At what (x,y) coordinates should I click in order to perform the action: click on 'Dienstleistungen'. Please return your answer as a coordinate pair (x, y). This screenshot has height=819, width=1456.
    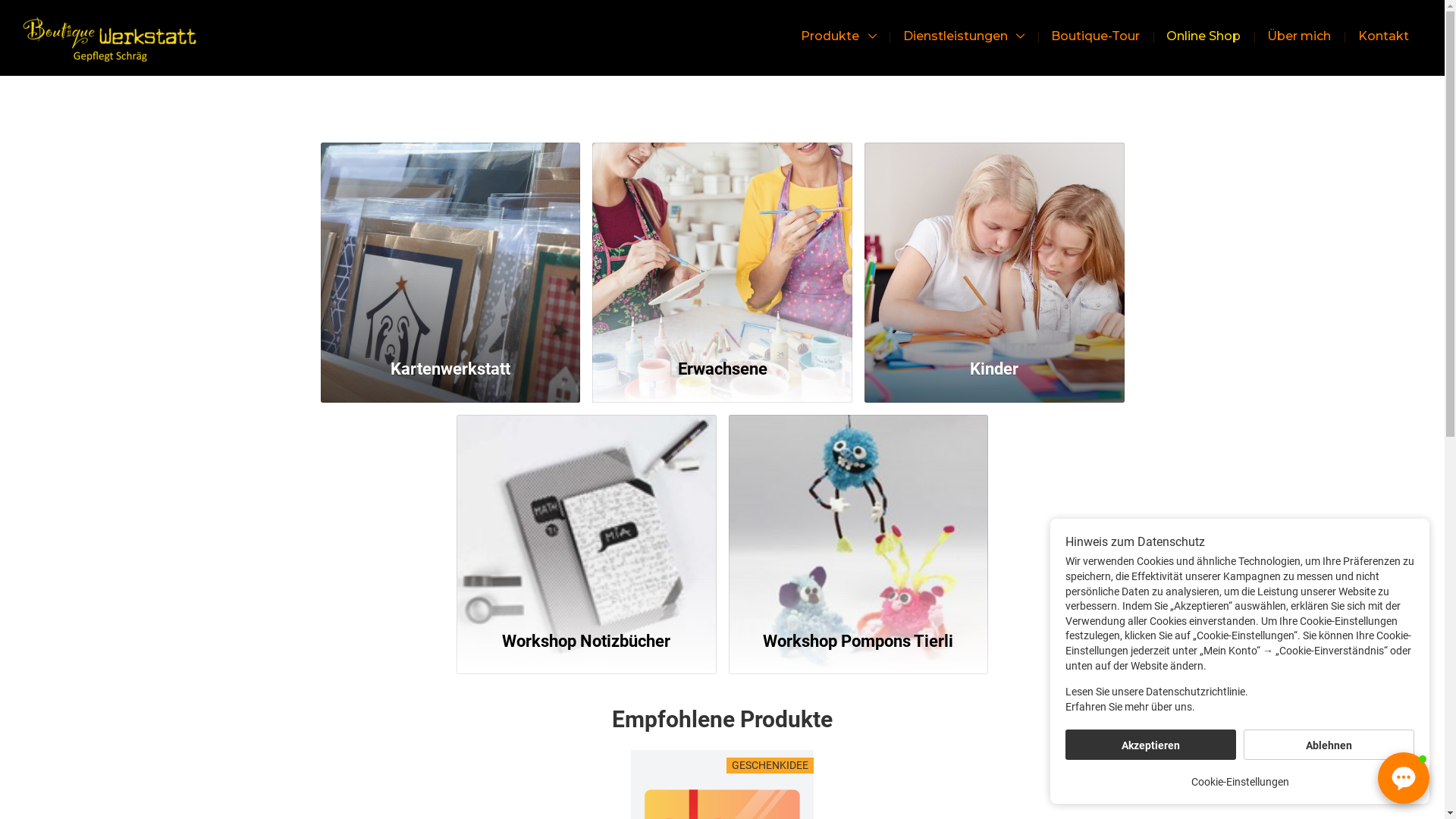
    Looking at the image, I should click on (893, 36).